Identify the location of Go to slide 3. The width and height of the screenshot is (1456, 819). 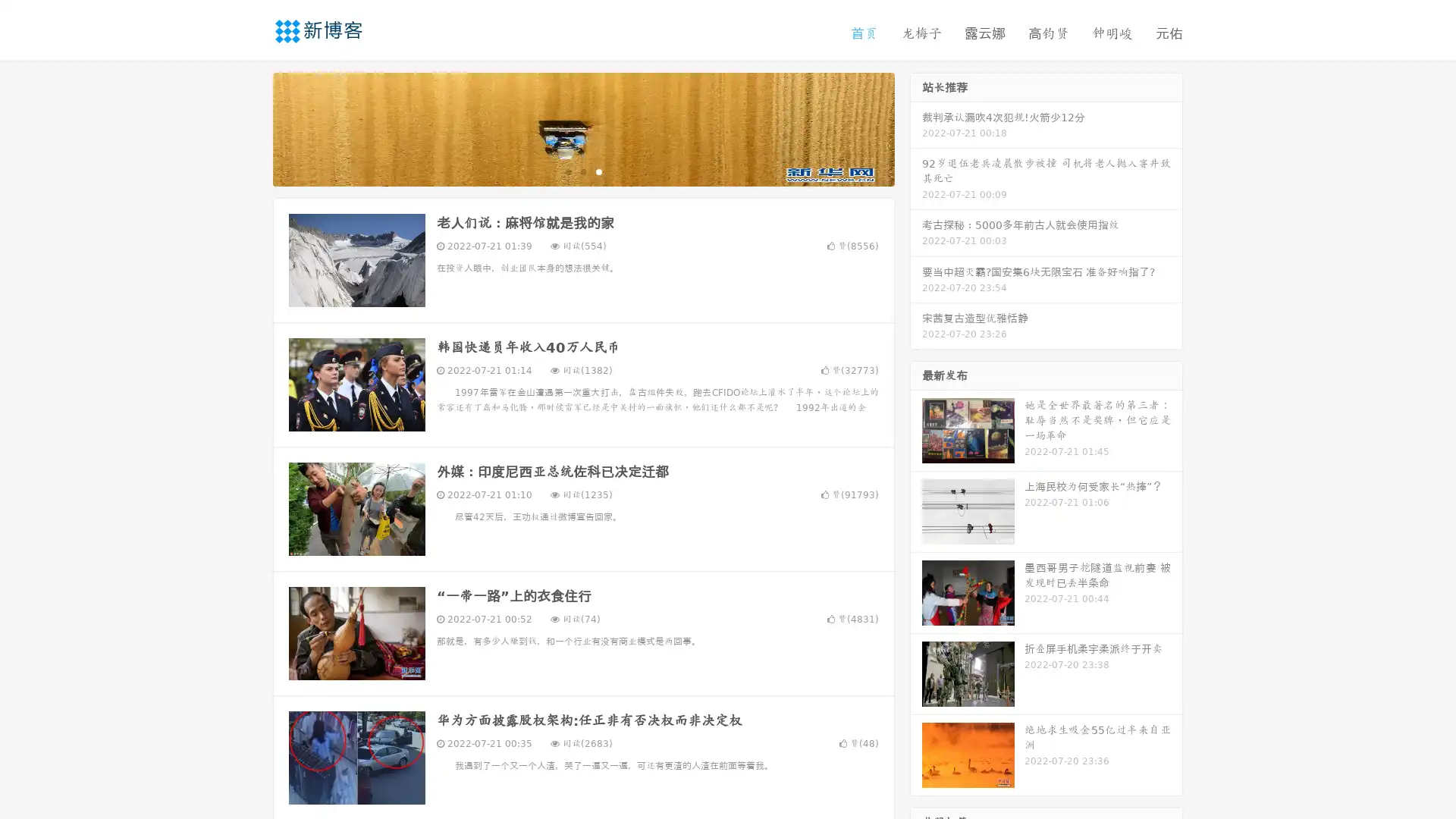
(598, 171).